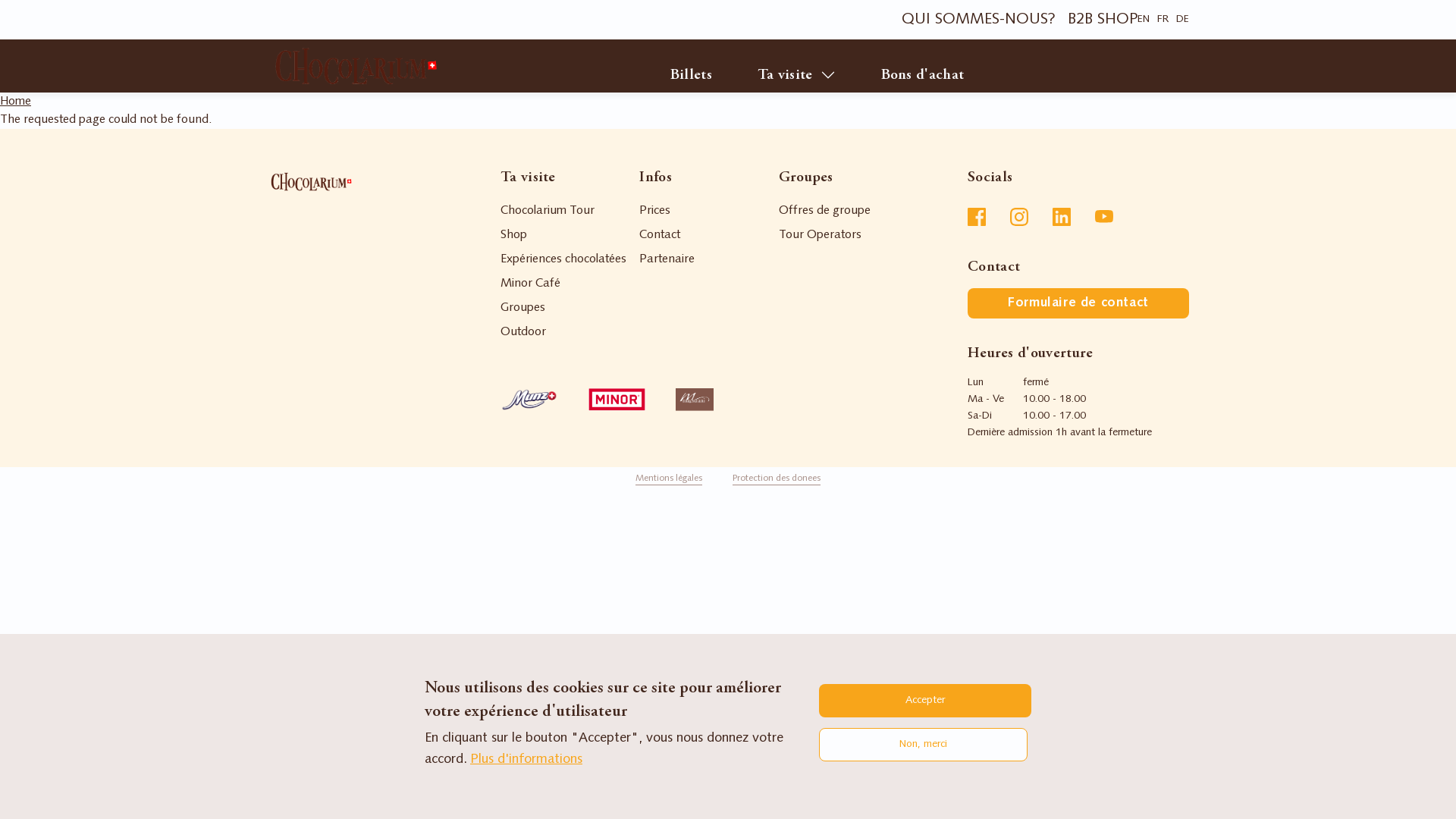 This screenshot has height=819, width=1456. I want to click on 'Contact', so click(659, 234).